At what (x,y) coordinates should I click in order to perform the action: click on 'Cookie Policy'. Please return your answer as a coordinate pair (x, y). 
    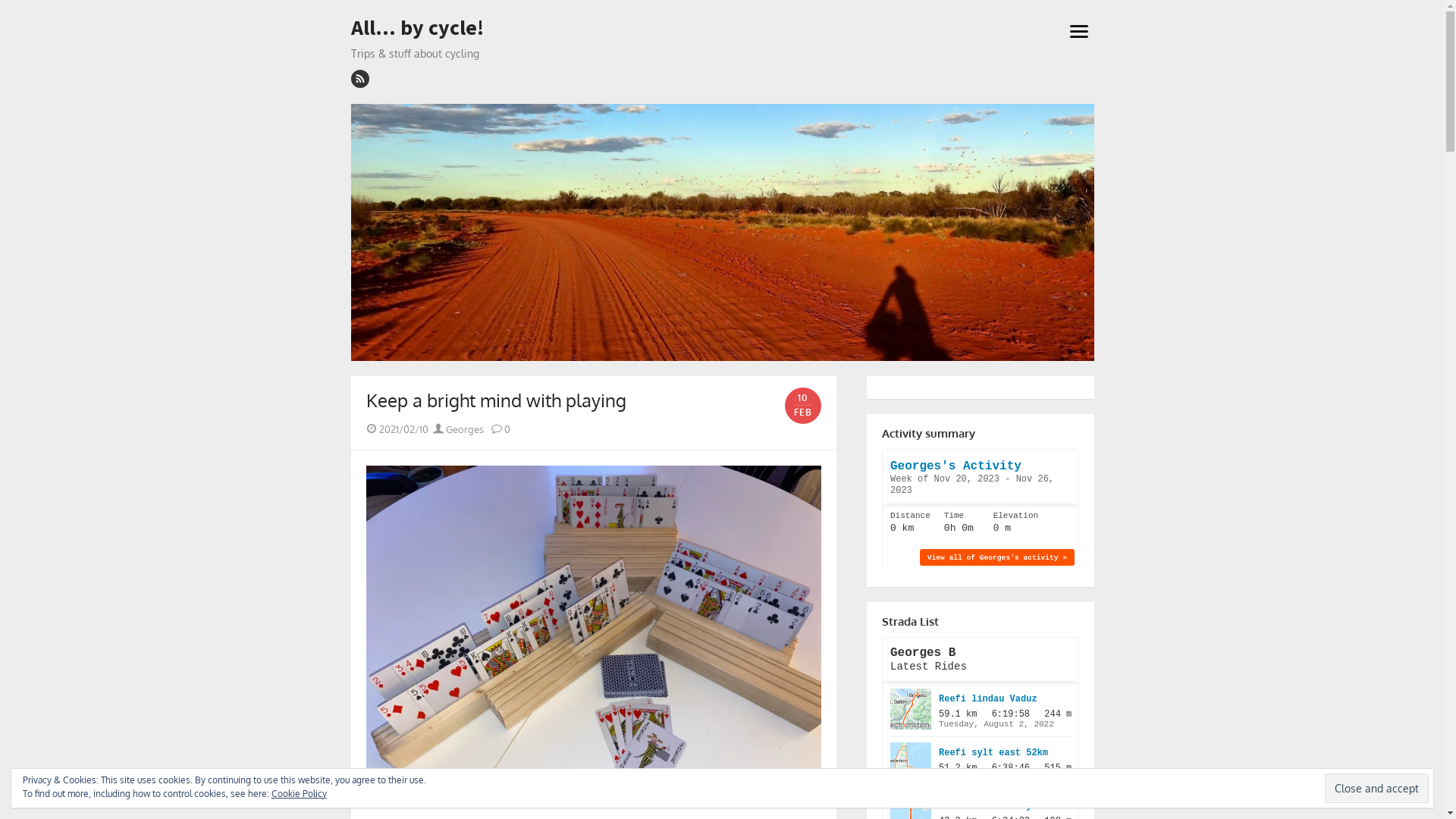
    Looking at the image, I should click on (299, 792).